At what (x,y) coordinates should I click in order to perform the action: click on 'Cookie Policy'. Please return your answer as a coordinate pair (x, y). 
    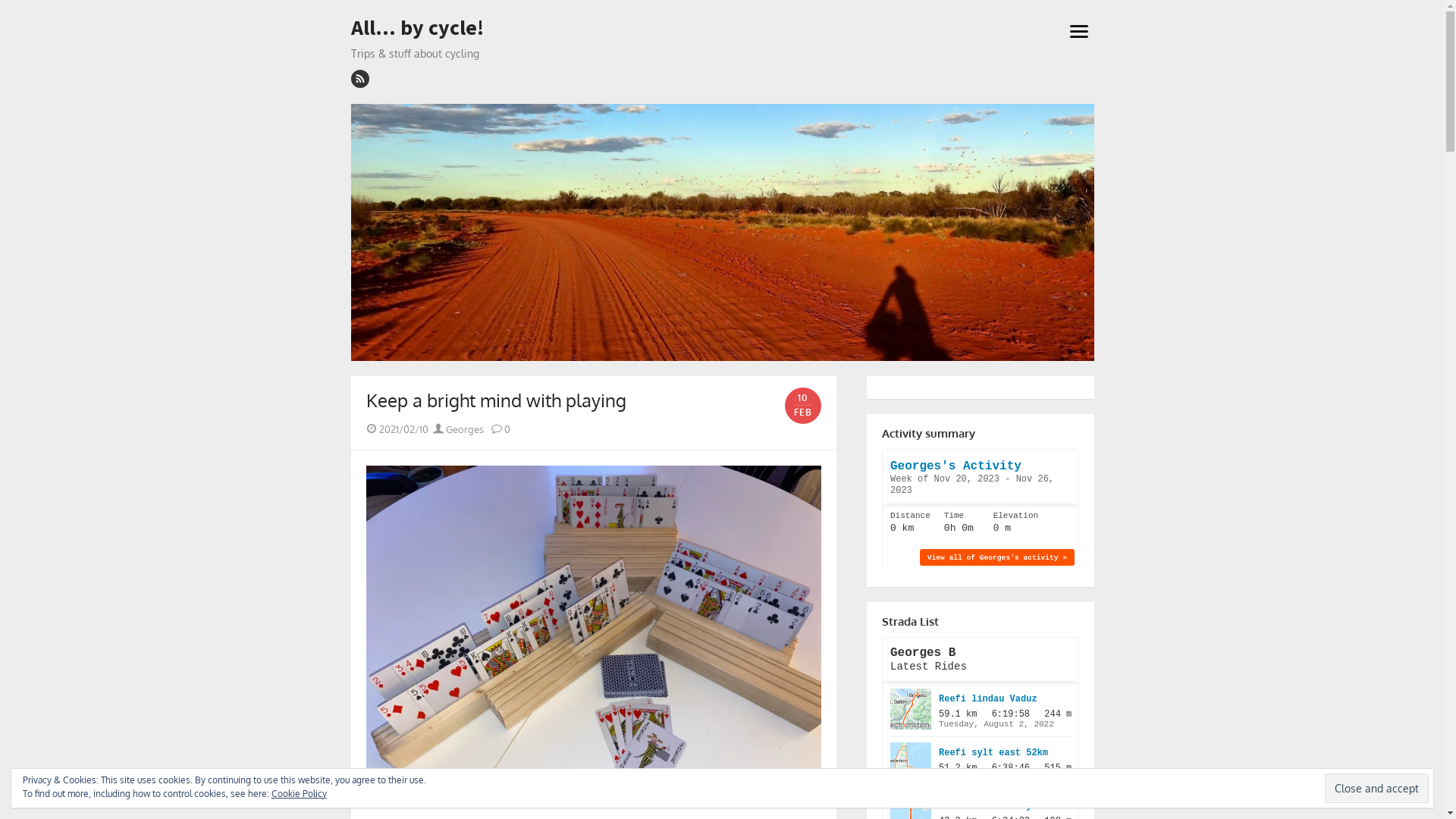
    Looking at the image, I should click on (299, 792).